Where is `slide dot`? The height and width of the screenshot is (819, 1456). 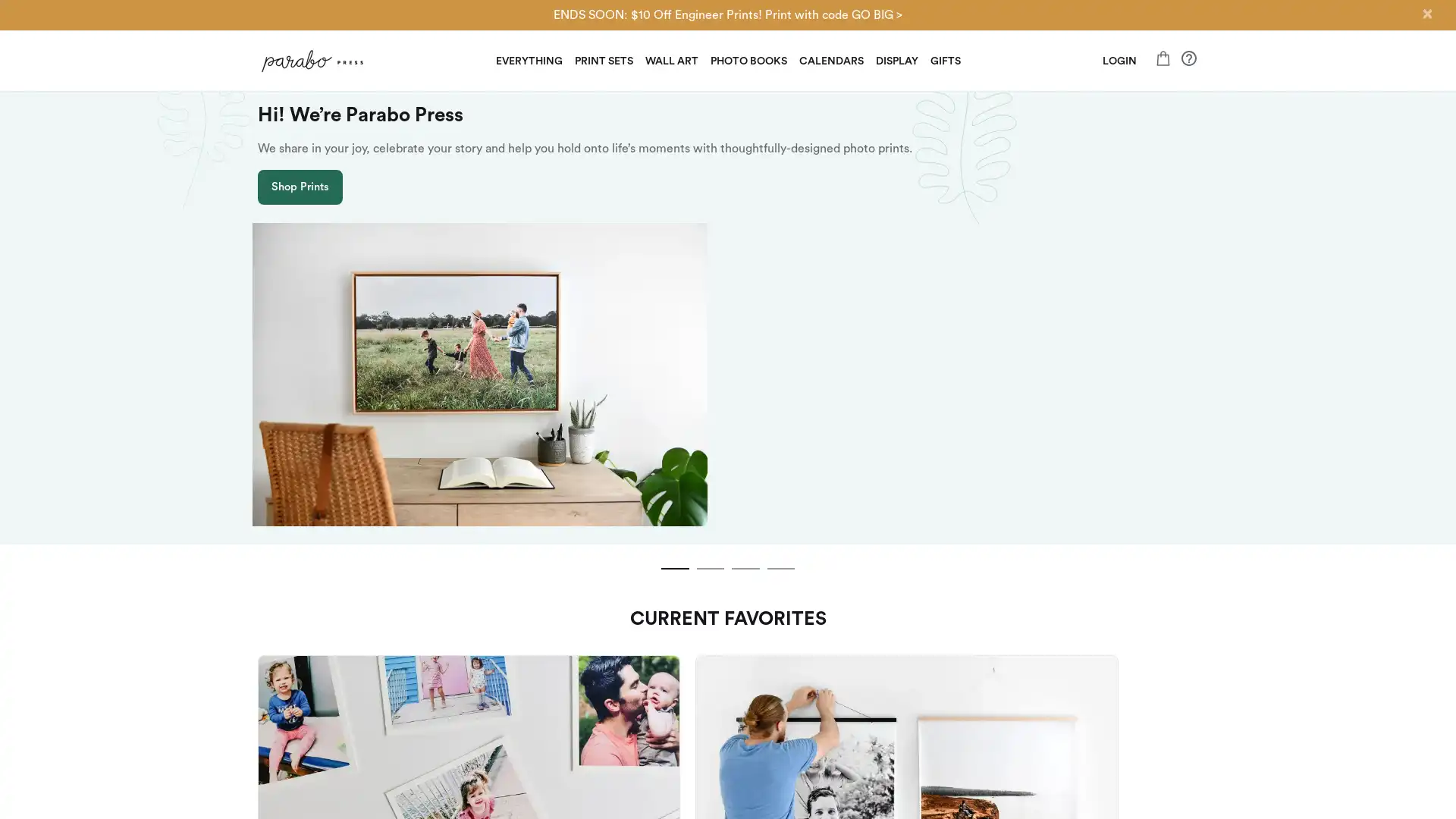 slide dot is located at coordinates (795, 419).